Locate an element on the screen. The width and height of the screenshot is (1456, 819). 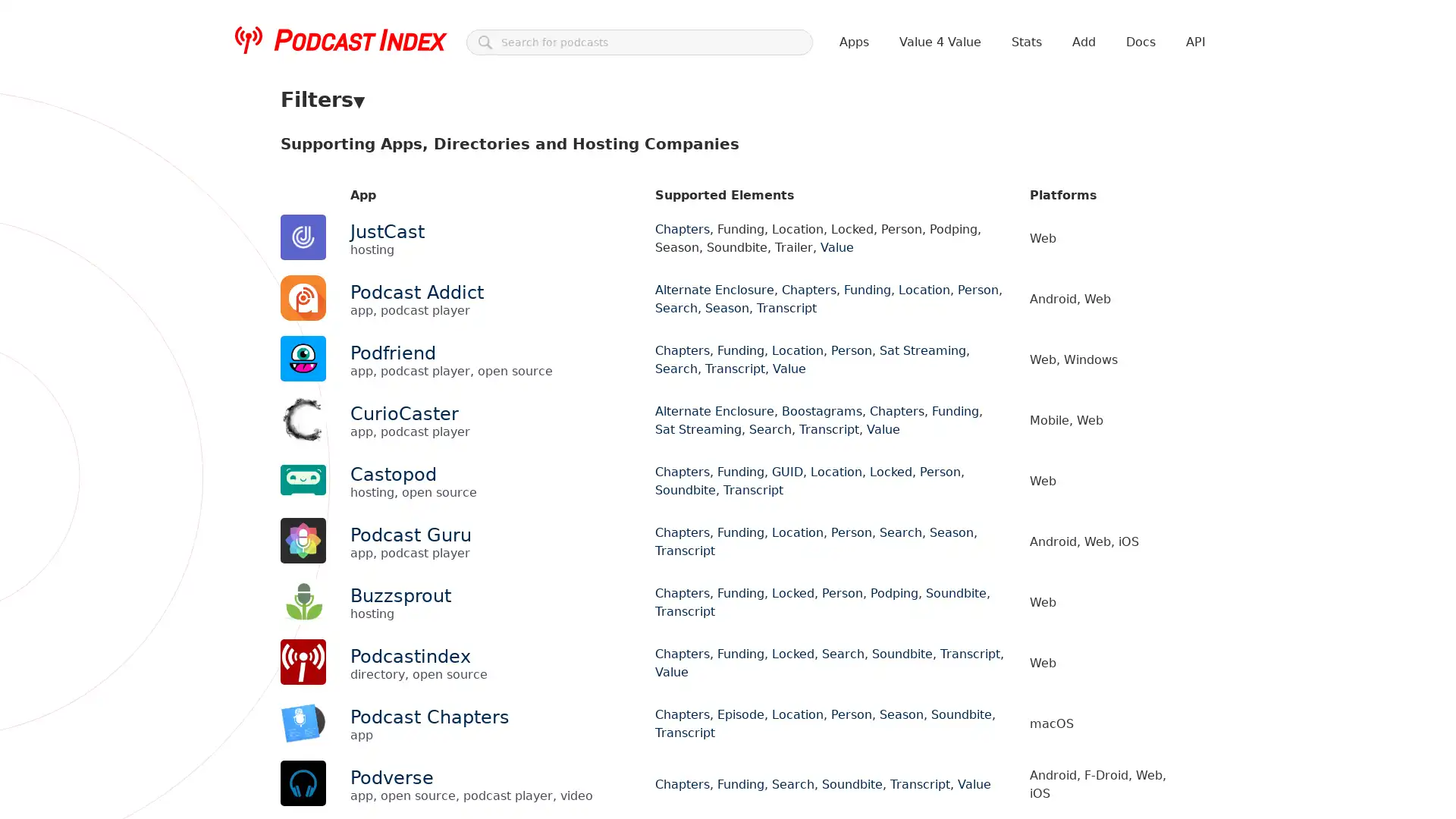
Person is located at coordinates (877, 229).